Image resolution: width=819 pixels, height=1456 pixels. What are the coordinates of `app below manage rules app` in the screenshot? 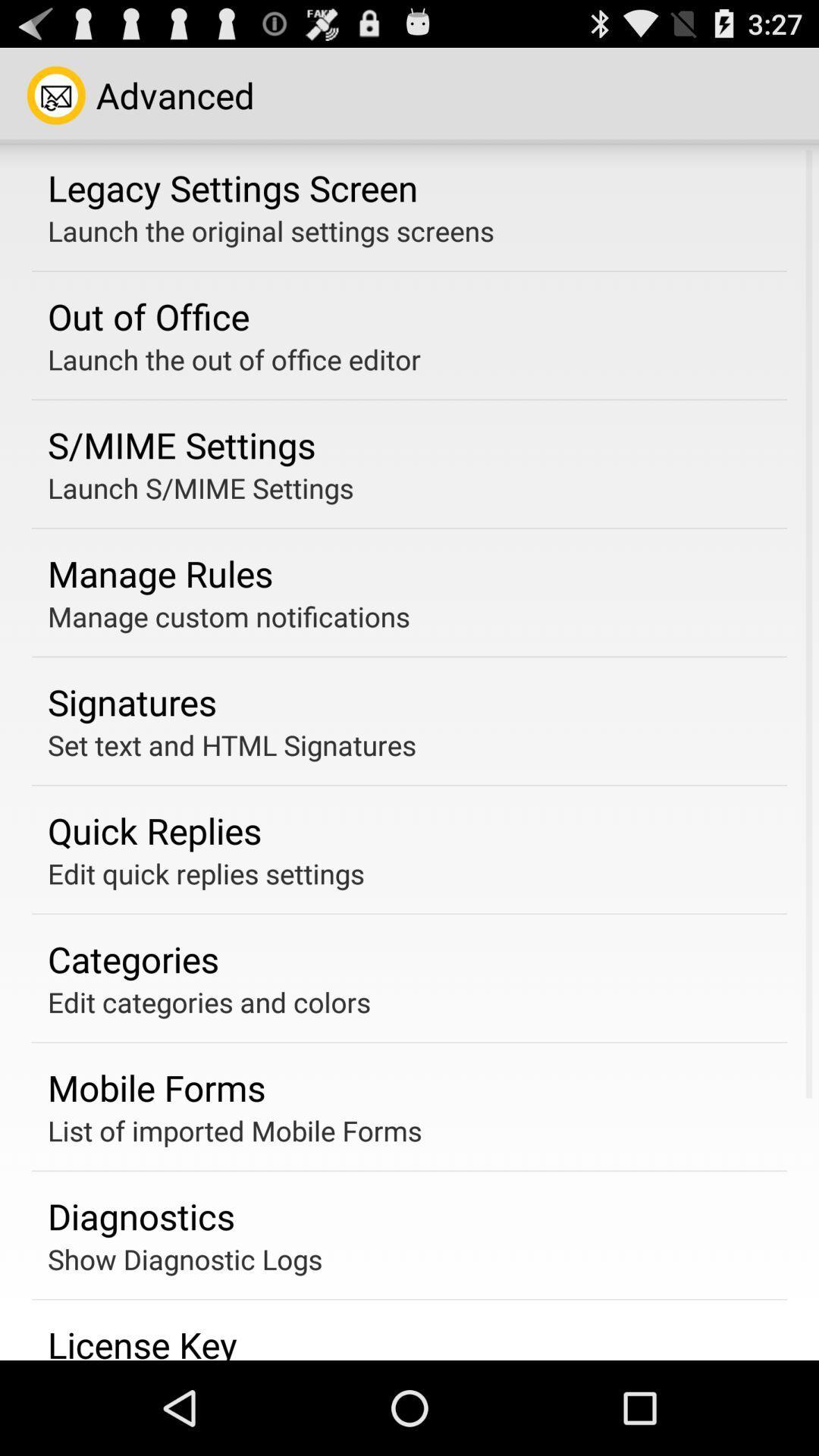 It's located at (228, 616).